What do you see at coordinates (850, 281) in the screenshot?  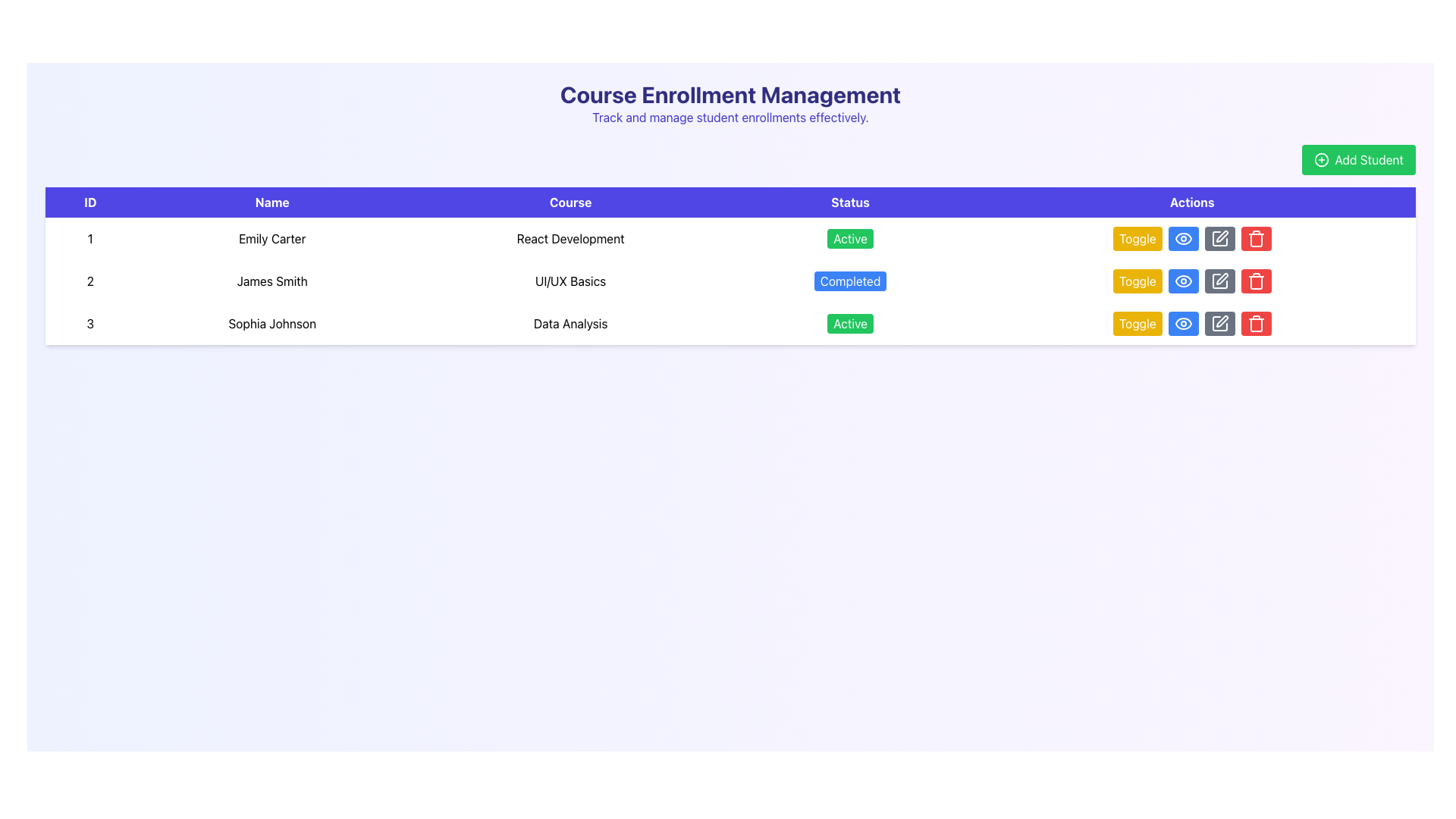 I see `the 'Completed' status button in the 'Status' column of the course 'UI/UX Basics' which has a blue background and white text` at bounding box center [850, 281].